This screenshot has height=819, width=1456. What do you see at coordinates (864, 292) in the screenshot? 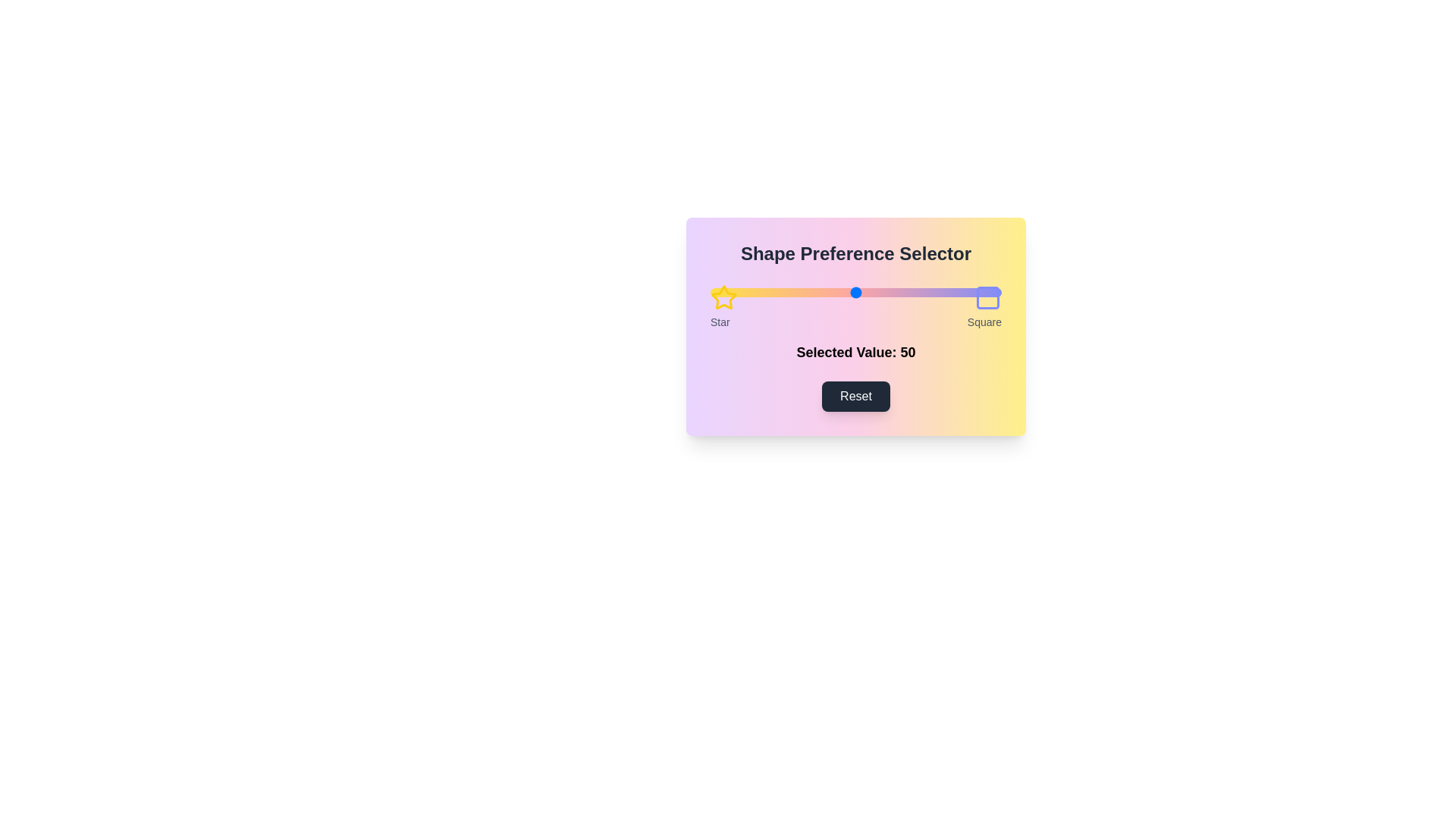
I see `the slider to set the preference value to 53` at bounding box center [864, 292].